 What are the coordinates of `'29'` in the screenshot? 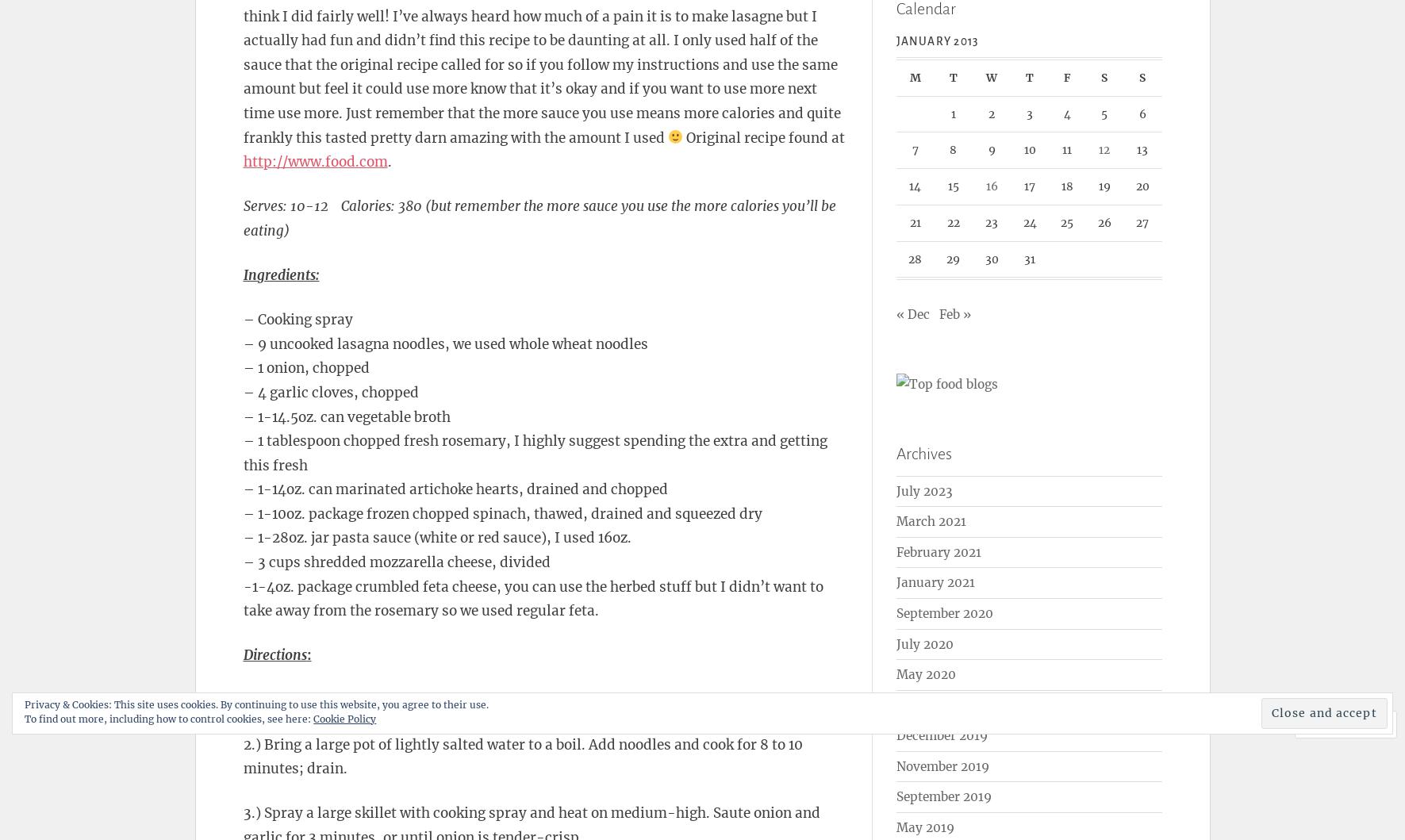 It's located at (953, 257).